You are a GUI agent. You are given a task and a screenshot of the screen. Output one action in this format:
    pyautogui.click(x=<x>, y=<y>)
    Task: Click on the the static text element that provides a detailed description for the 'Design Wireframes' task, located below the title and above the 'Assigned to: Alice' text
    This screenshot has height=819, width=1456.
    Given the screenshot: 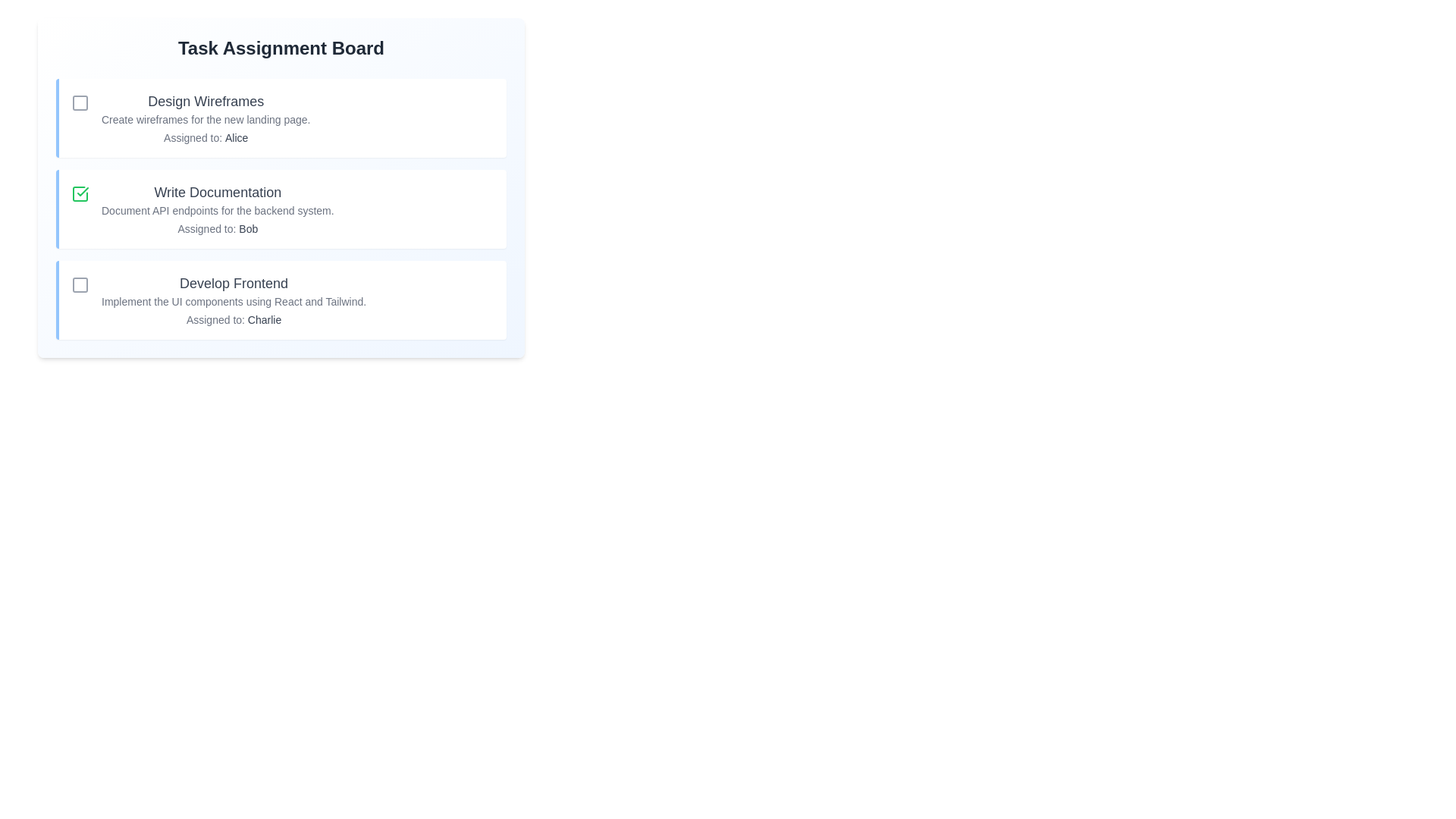 What is the action you would take?
    pyautogui.click(x=205, y=119)
    